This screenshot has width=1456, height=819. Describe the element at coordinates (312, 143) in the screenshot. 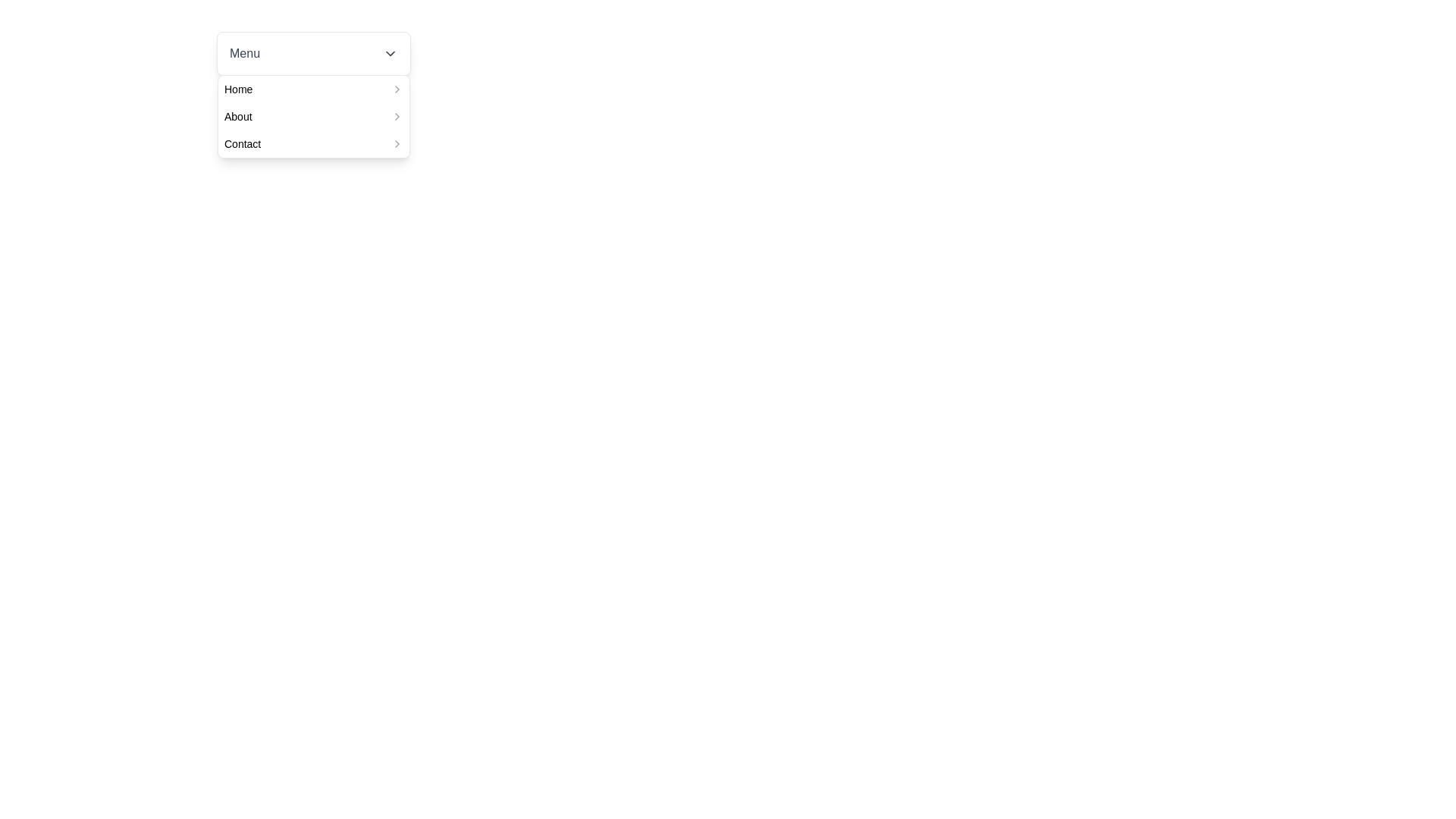

I see `the third item in the dropdown menu labeled 'Contact'` at that location.